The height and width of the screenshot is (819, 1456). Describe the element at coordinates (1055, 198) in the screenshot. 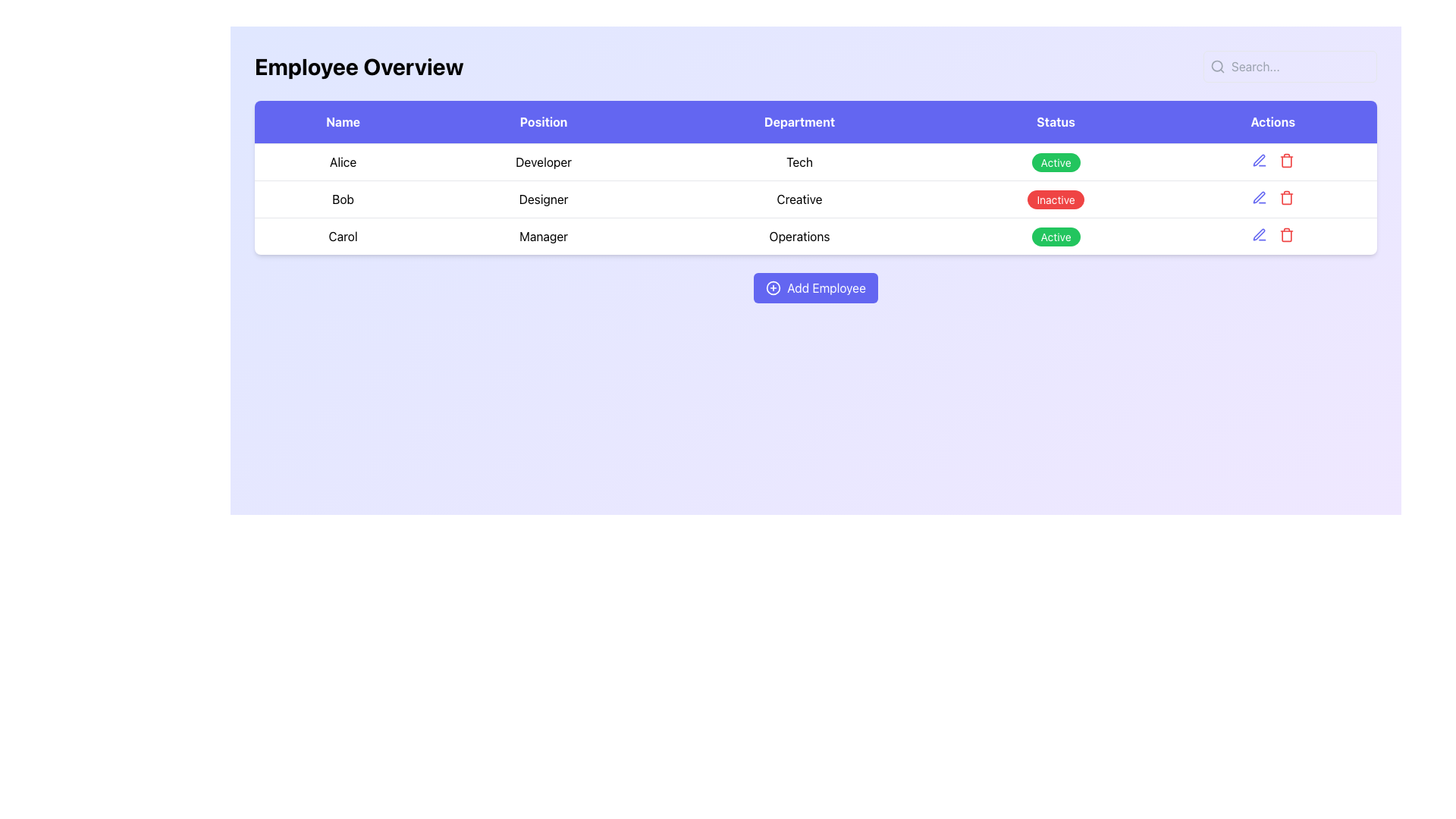

I see `the small oval-shaped red button with the text 'Inactive' located in the second row of the 'Employee Overview' table, specifically in the 'Status' column for the employee named 'Bob'` at that location.